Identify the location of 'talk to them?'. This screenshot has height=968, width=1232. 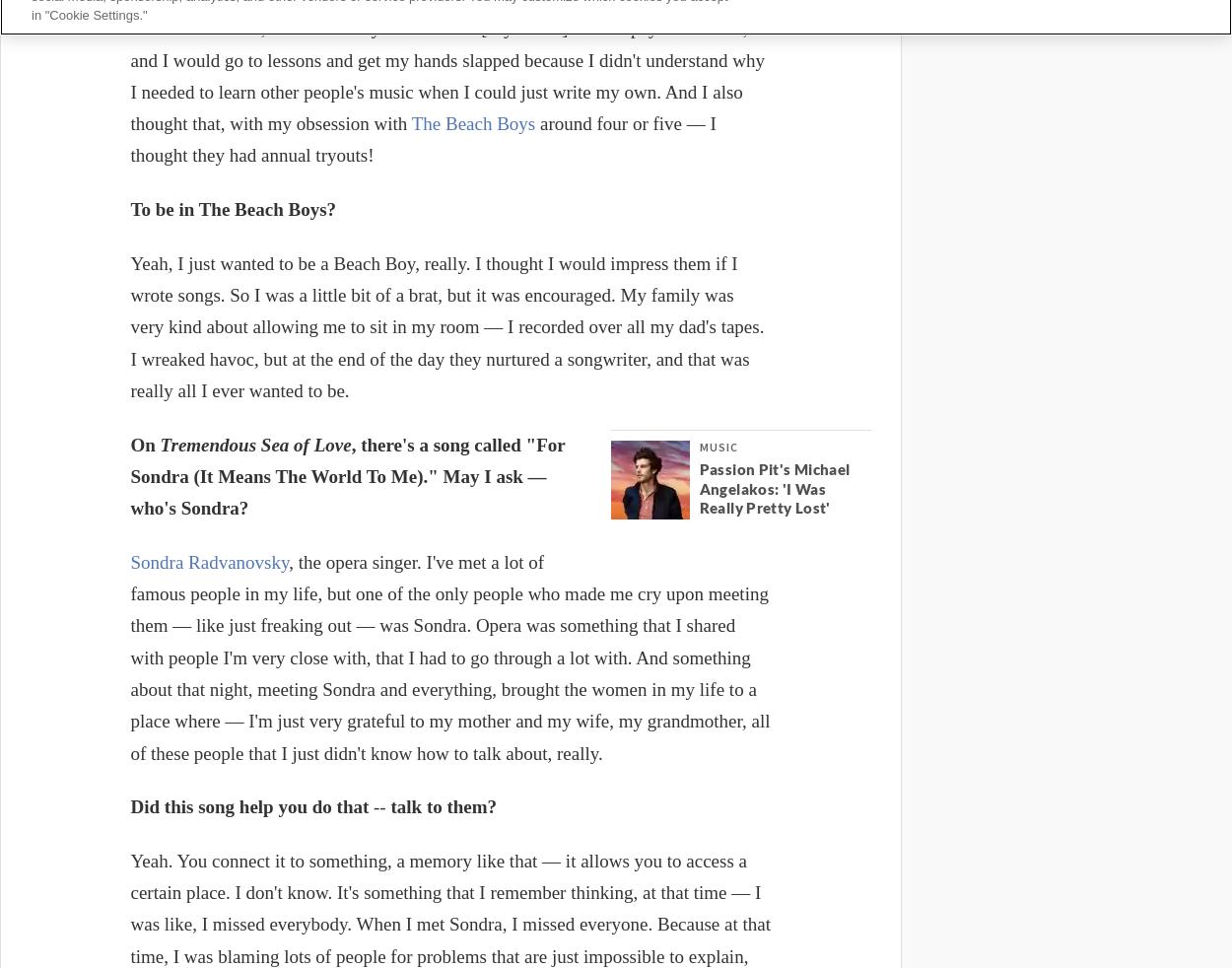
(390, 806).